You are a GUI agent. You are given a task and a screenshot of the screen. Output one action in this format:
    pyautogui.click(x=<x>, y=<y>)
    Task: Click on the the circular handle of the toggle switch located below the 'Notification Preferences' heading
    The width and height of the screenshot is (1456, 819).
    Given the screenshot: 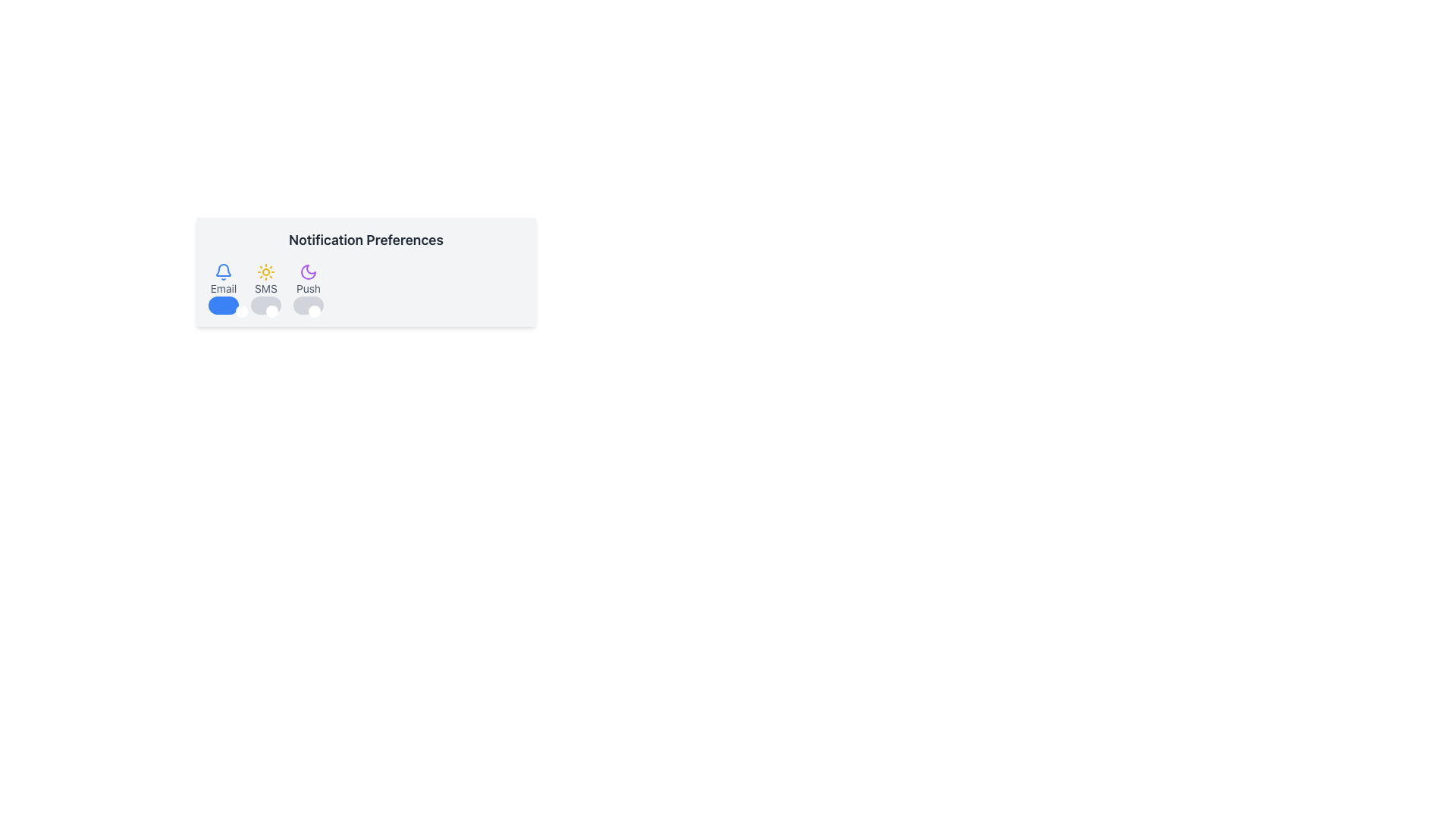 What is the action you would take?
    pyautogui.click(x=272, y=311)
    